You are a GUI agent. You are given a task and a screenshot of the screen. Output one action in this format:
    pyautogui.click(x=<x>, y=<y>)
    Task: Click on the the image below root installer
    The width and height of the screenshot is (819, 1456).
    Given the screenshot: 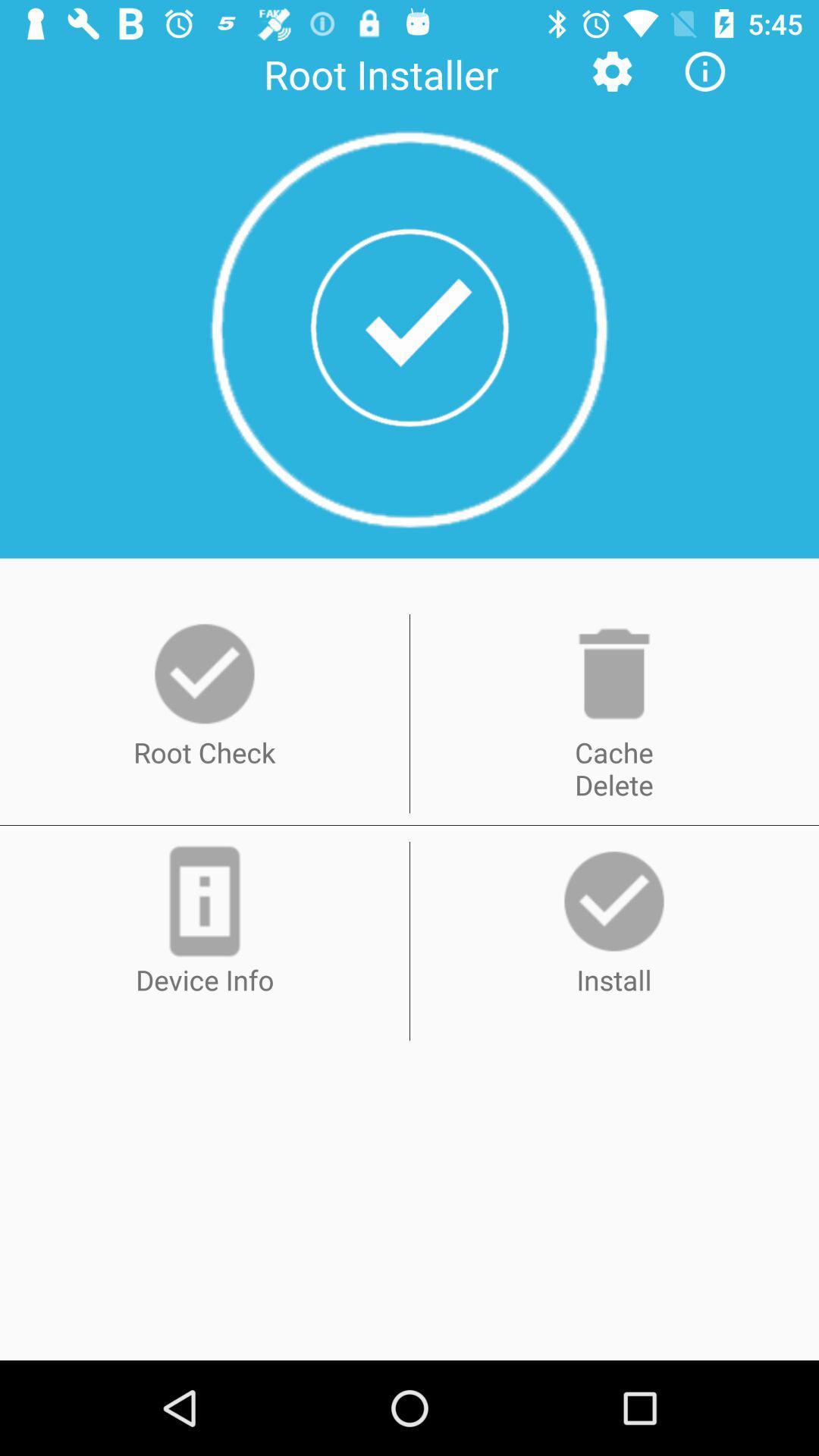 What is the action you would take?
    pyautogui.click(x=409, y=328)
    